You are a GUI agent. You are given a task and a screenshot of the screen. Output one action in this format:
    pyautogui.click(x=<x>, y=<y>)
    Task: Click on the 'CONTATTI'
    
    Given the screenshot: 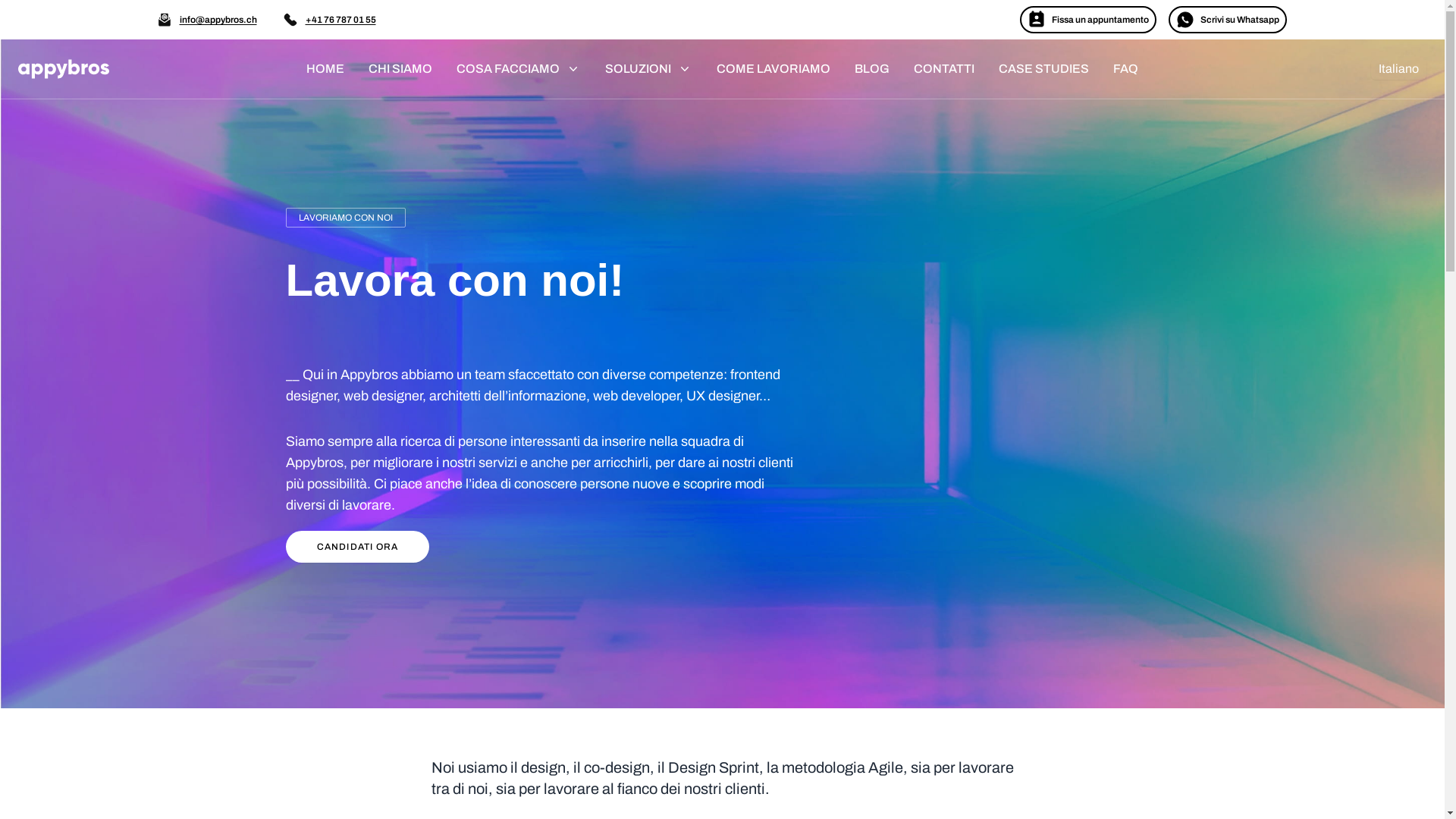 What is the action you would take?
    pyautogui.click(x=943, y=69)
    